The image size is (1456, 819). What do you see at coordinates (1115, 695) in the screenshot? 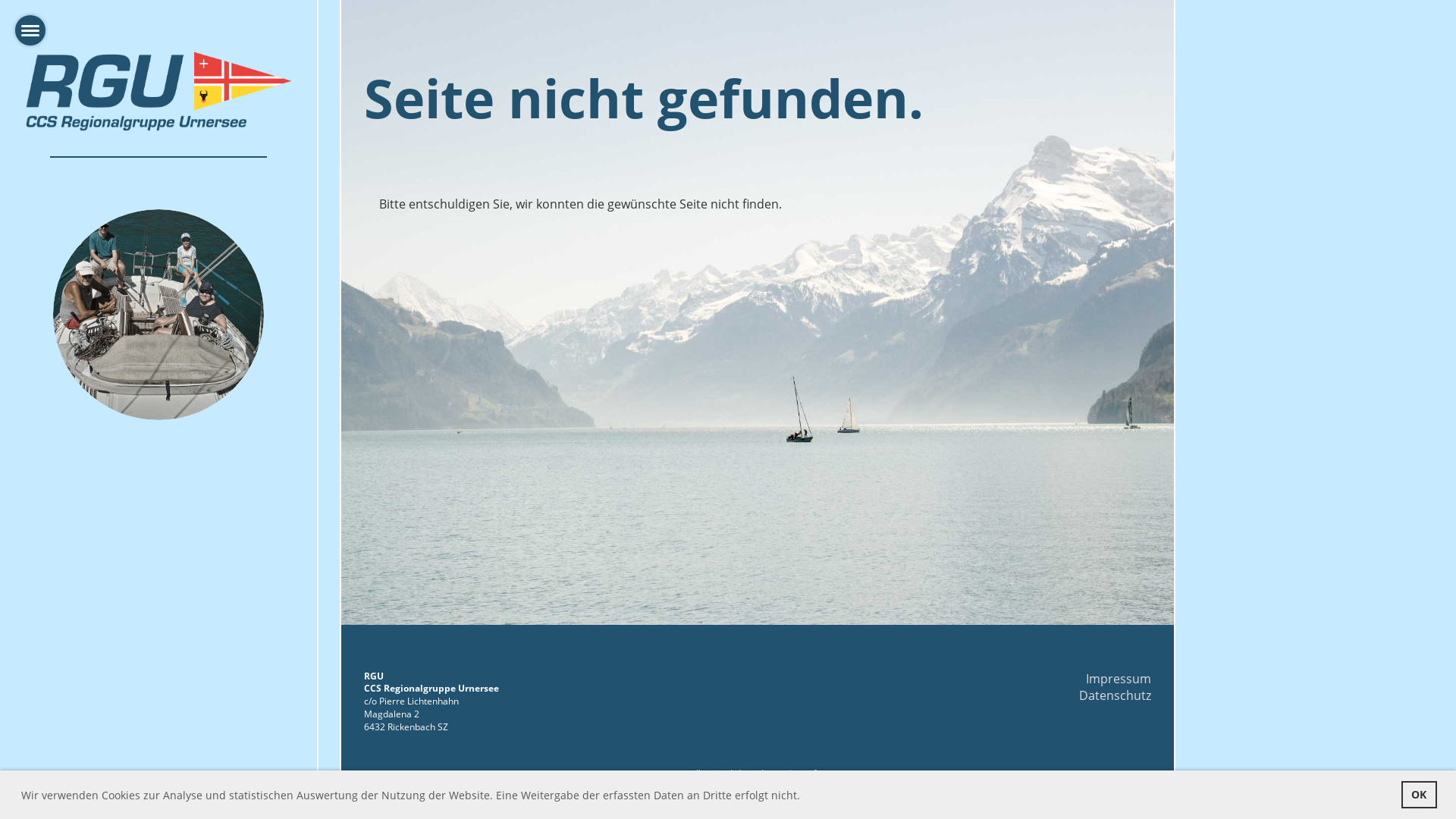
I see `'Datenschutz'` at bounding box center [1115, 695].